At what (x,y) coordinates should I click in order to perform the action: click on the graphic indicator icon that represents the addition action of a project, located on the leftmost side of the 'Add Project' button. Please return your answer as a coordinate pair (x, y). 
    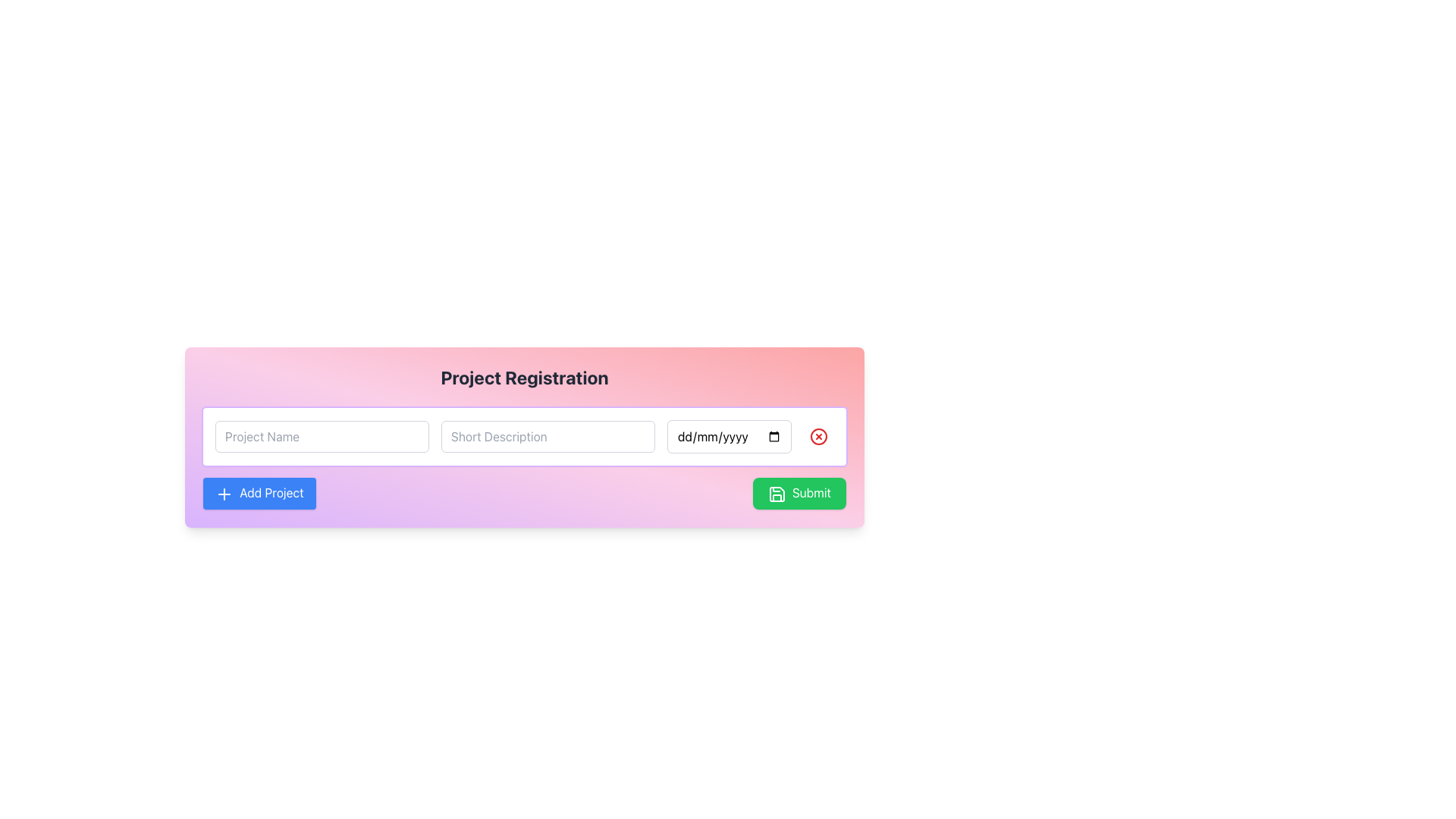
    Looking at the image, I should click on (224, 494).